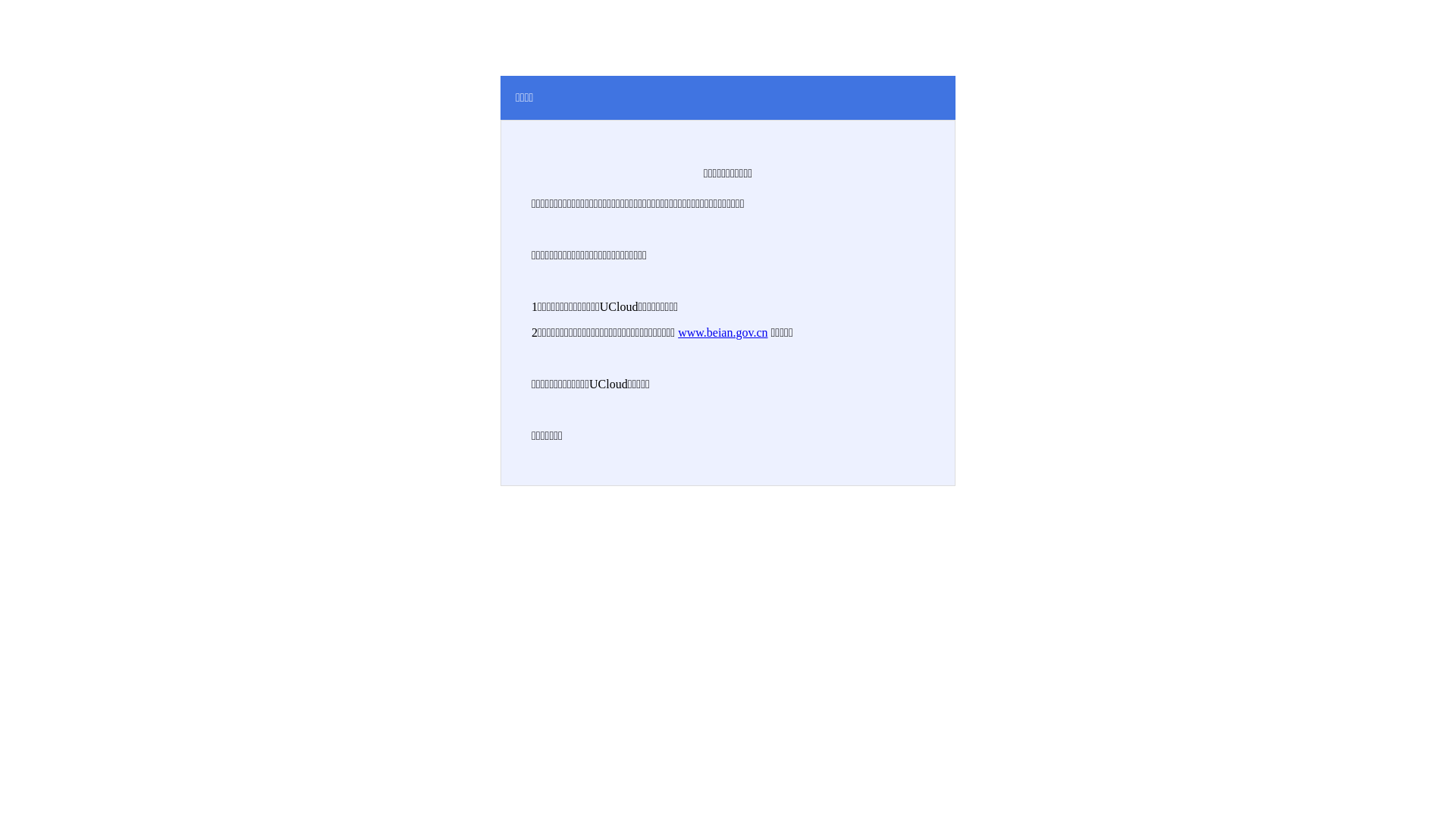 The height and width of the screenshot is (819, 1456). What do you see at coordinates (722, 331) in the screenshot?
I see `'www.beian.gov.cn'` at bounding box center [722, 331].